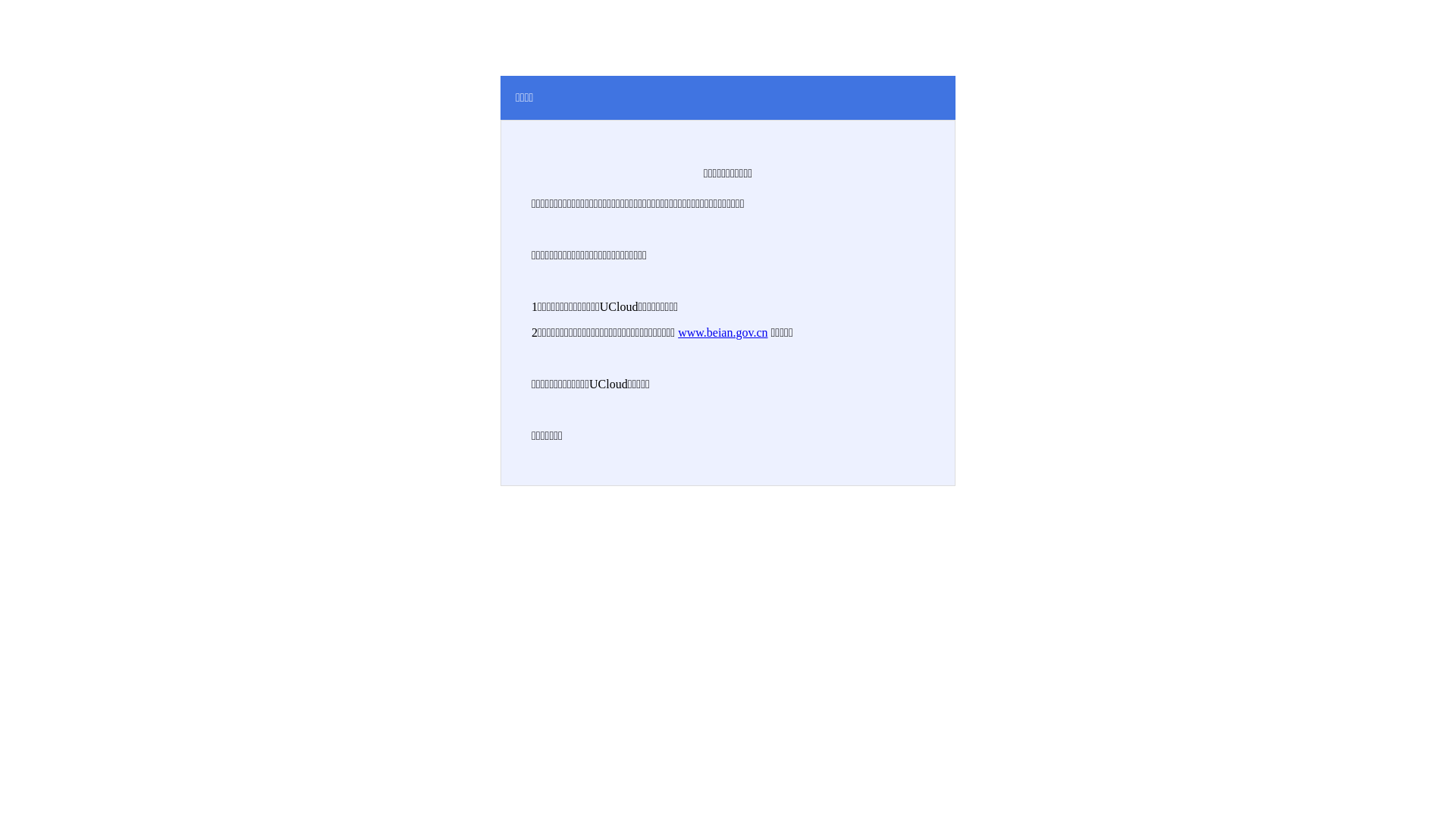 The height and width of the screenshot is (819, 1456). What do you see at coordinates (722, 331) in the screenshot?
I see `'www.beian.gov.cn'` at bounding box center [722, 331].